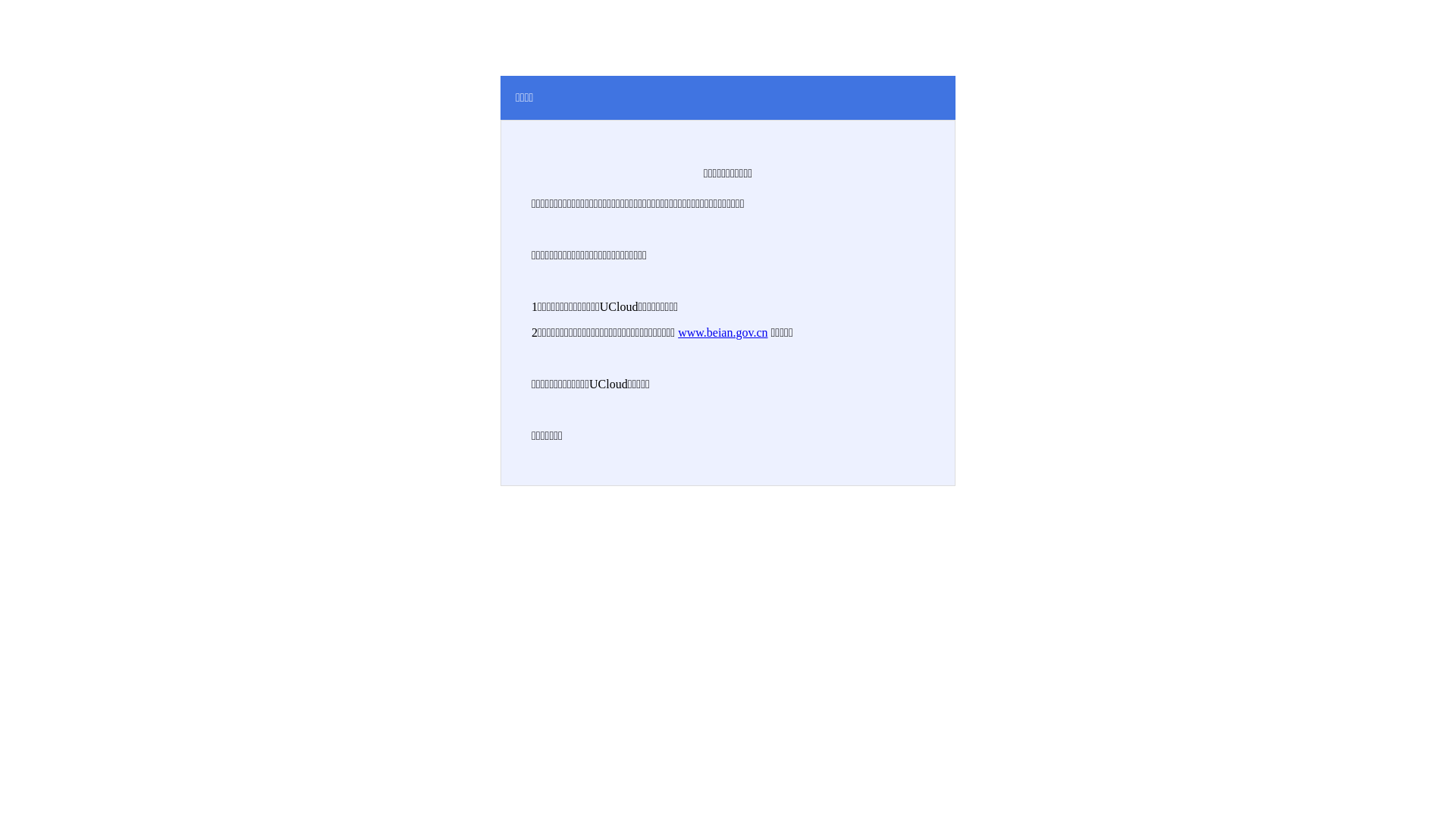 The height and width of the screenshot is (819, 1456). What do you see at coordinates (722, 331) in the screenshot?
I see `'www.beian.gov.cn'` at bounding box center [722, 331].